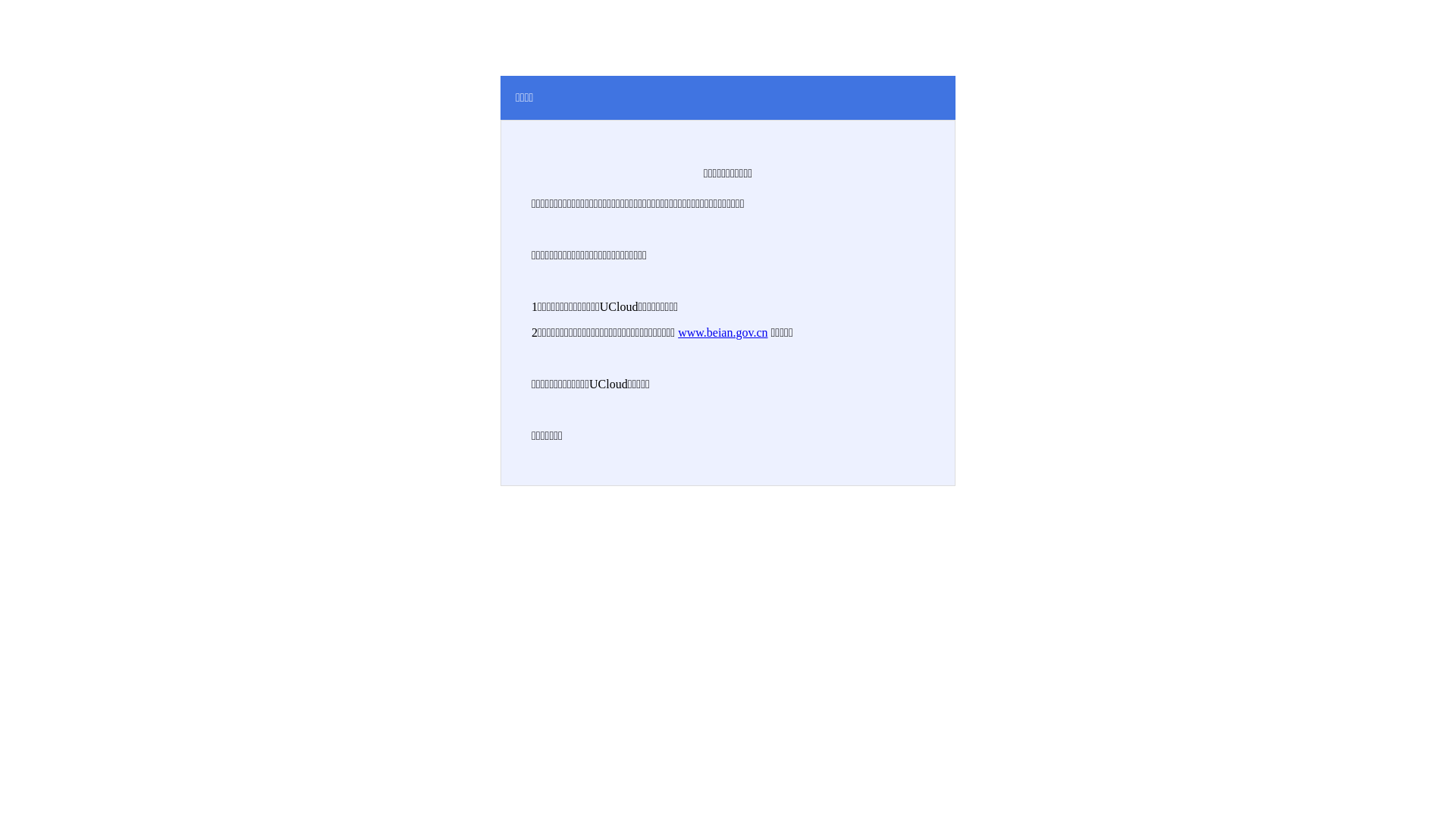 The height and width of the screenshot is (819, 1456). What do you see at coordinates (722, 331) in the screenshot?
I see `'www.beian.gov.cn'` at bounding box center [722, 331].